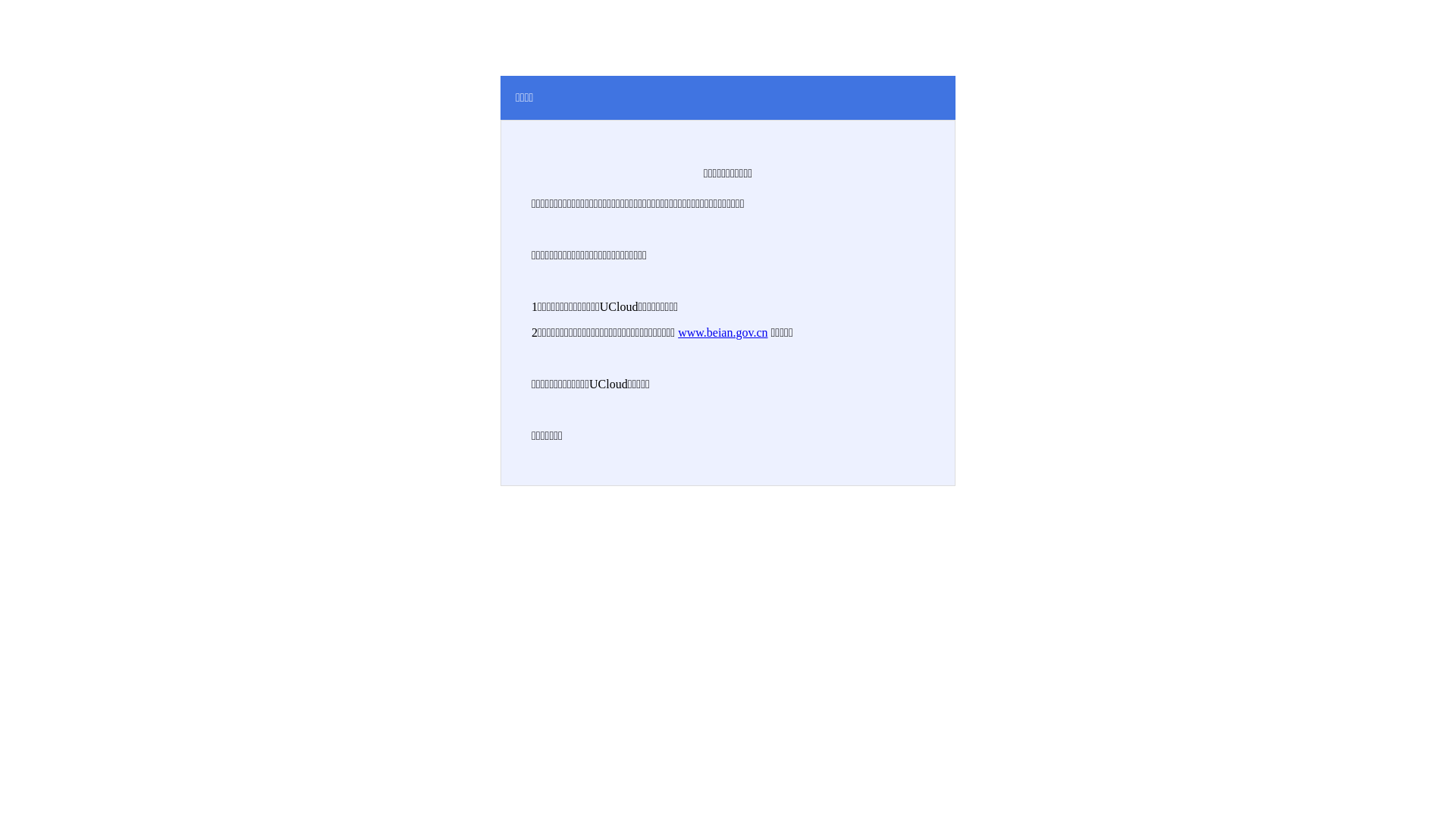 The height and width of the screenshot is (819, 1456). What do you see at coordinates (722, 331) in the screenshot?
I see `'www.beian.gov.cn'` at bounding box center [722, 331].